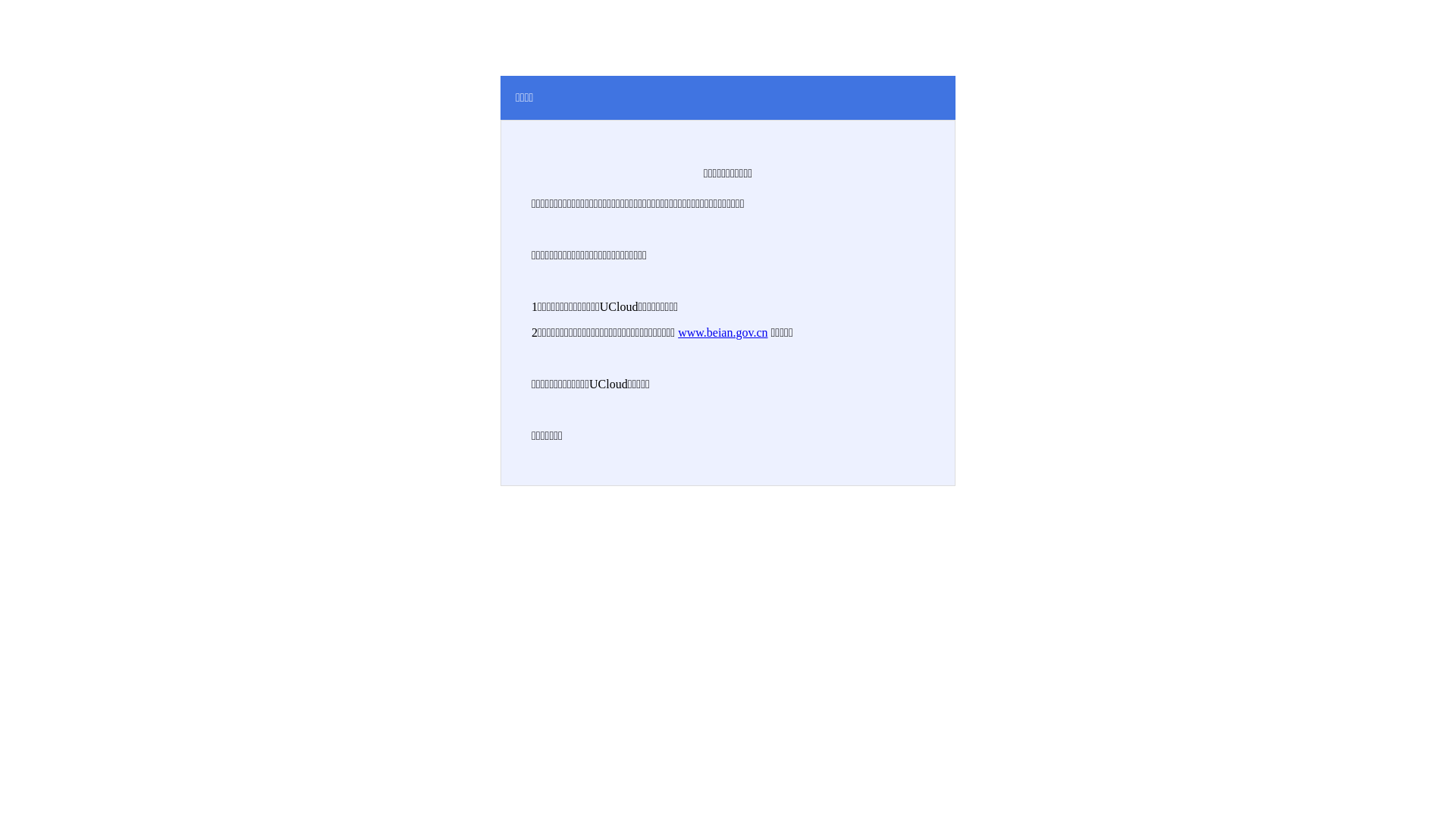 The height and width of the screenshot is (819, 1456). What do you see at coordinates (722, 331) in the screenshot?
I see `'www.beian.gov.cn'` at bounding box center [722, 331].